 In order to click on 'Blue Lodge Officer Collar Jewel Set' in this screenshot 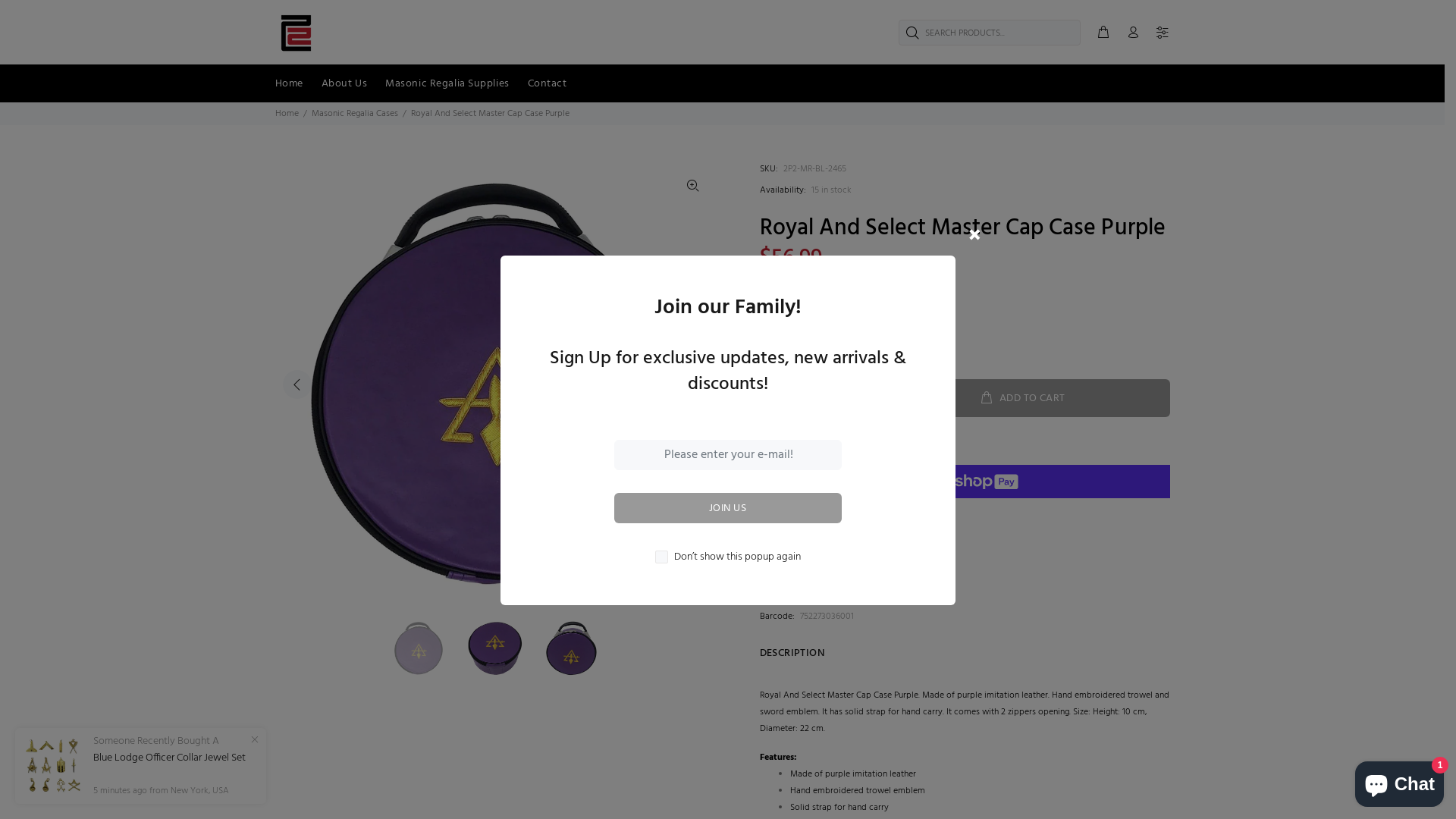, I will do `click(169, 758)`.